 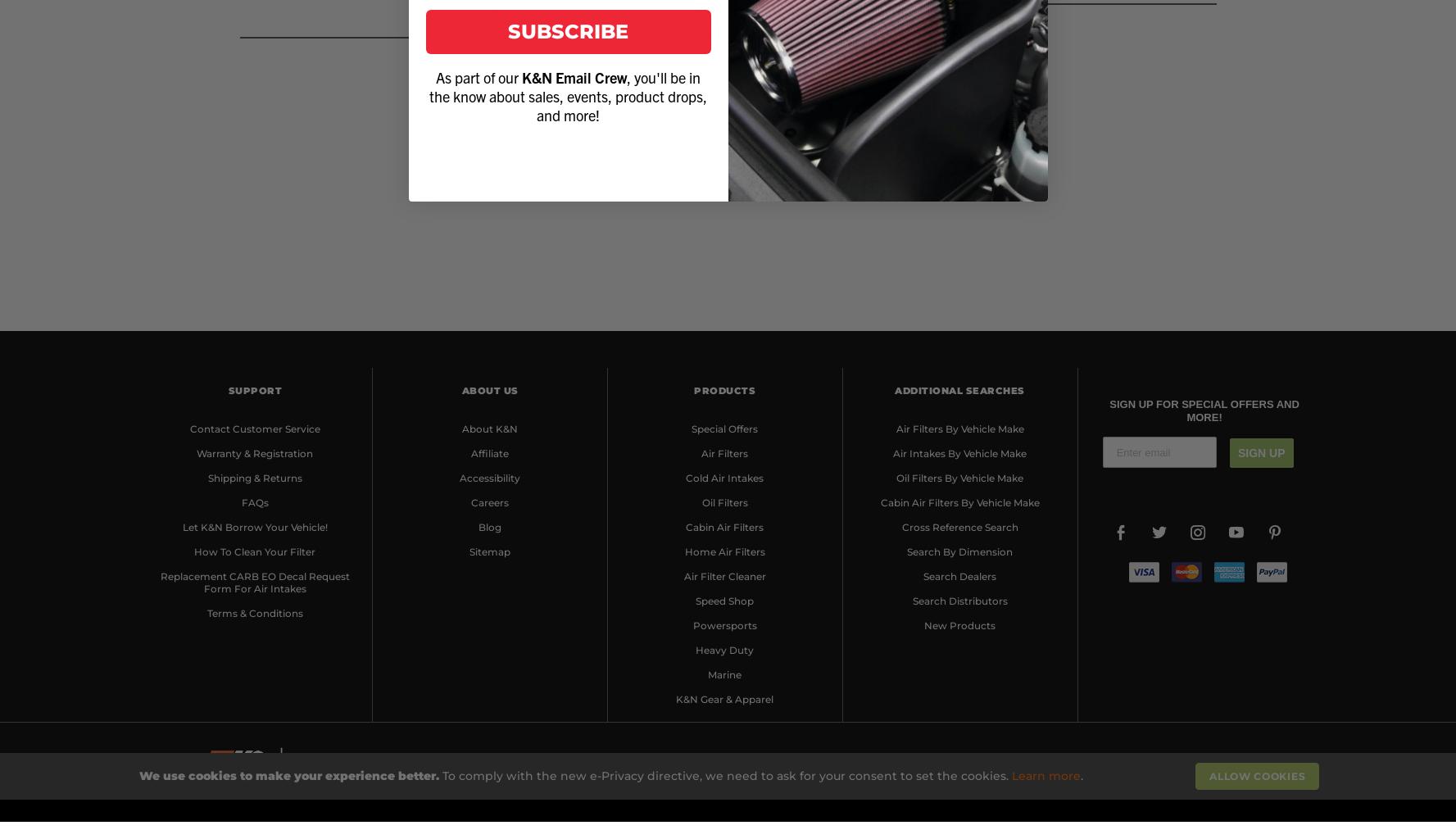 What do you see at coordinates (910, 600) in the screenshot?
I see `'Search Distributors'` at bounding box center [910, 600].